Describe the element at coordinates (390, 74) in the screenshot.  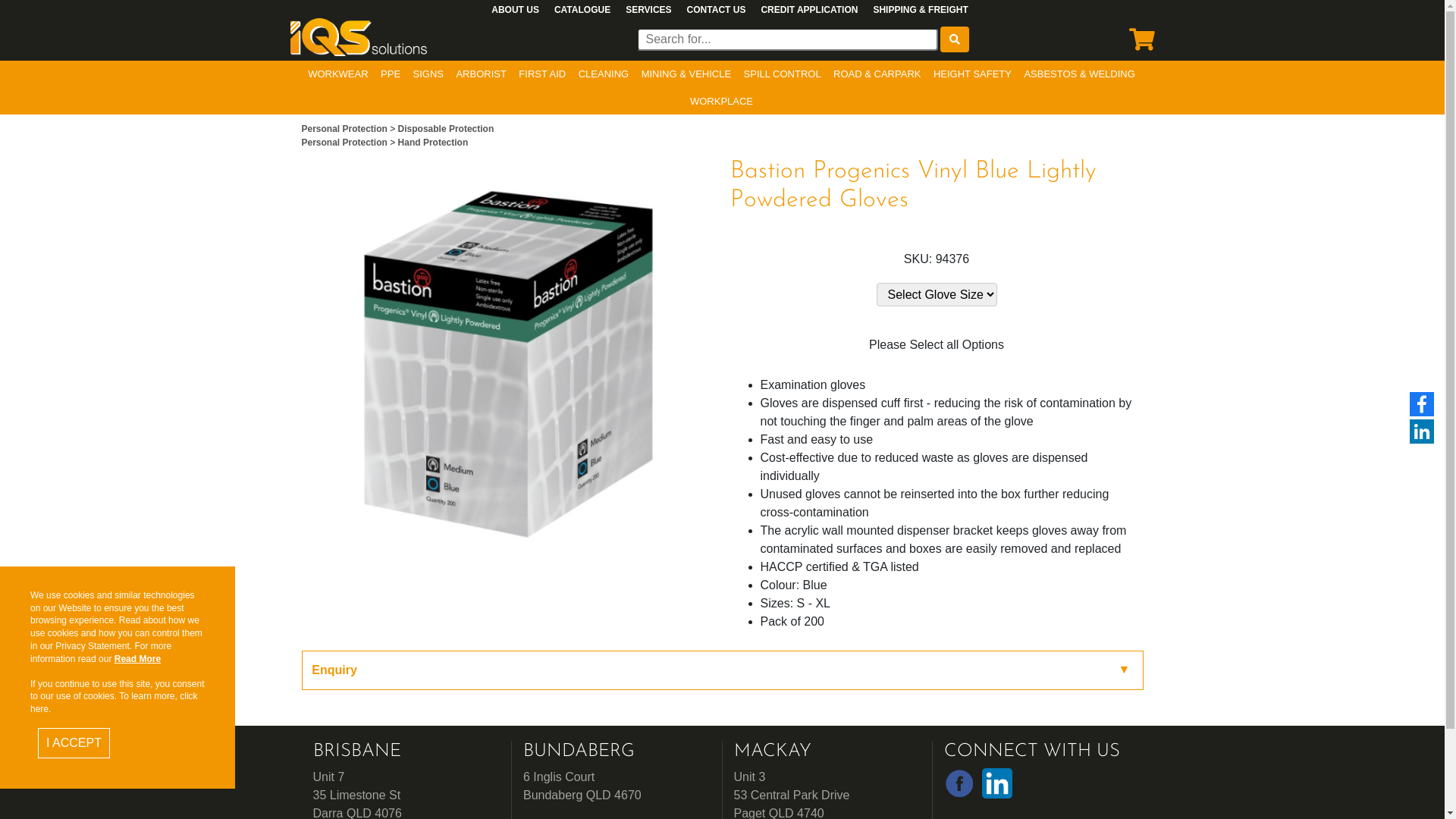
I see `'PPE'` at that location.